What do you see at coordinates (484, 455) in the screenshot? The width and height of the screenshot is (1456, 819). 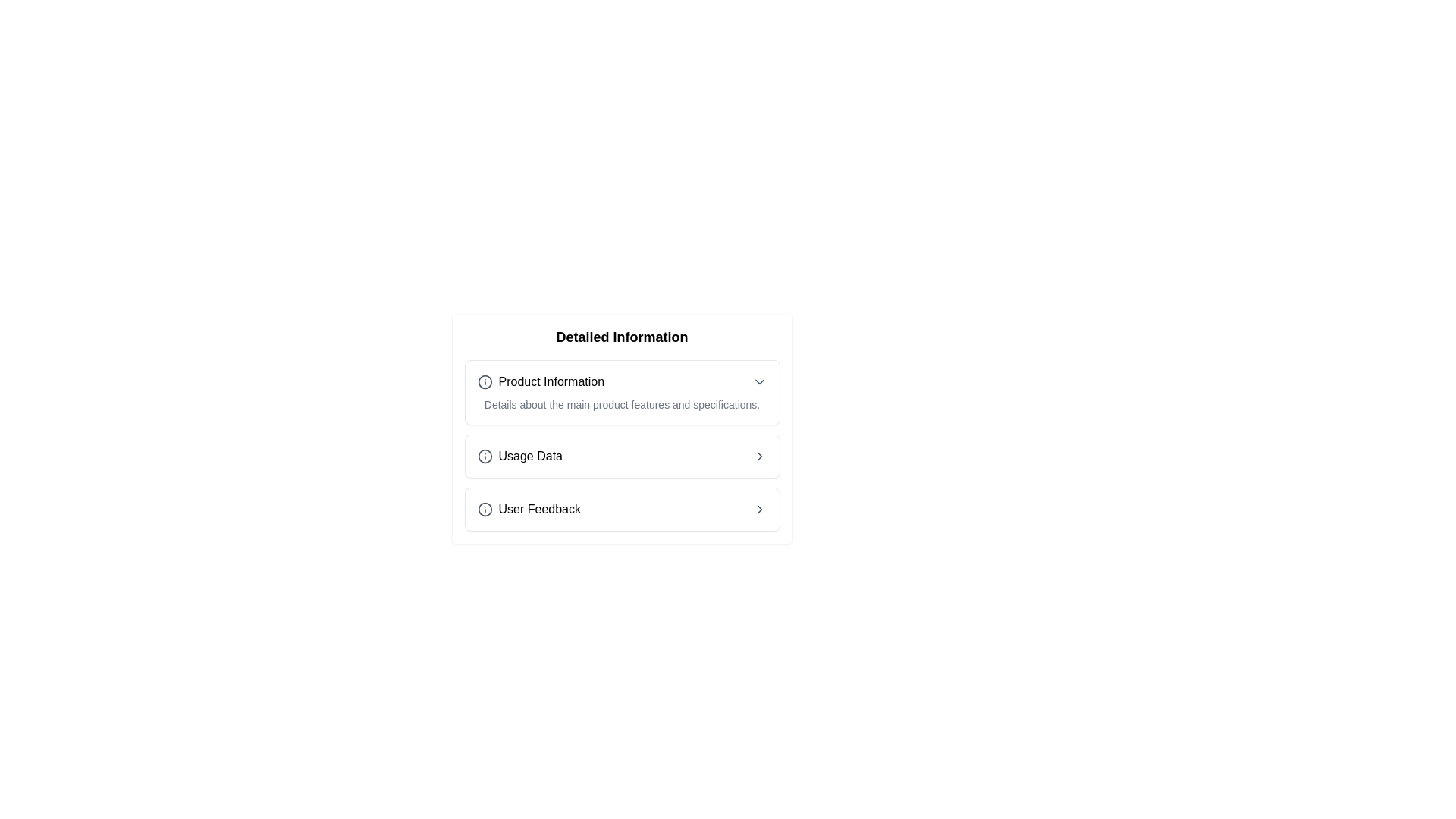 I see `the SVG graphical element (circle) that represents an information icon, positioned to the left of the 'Product Information' text` at bounding box center [484, 455].